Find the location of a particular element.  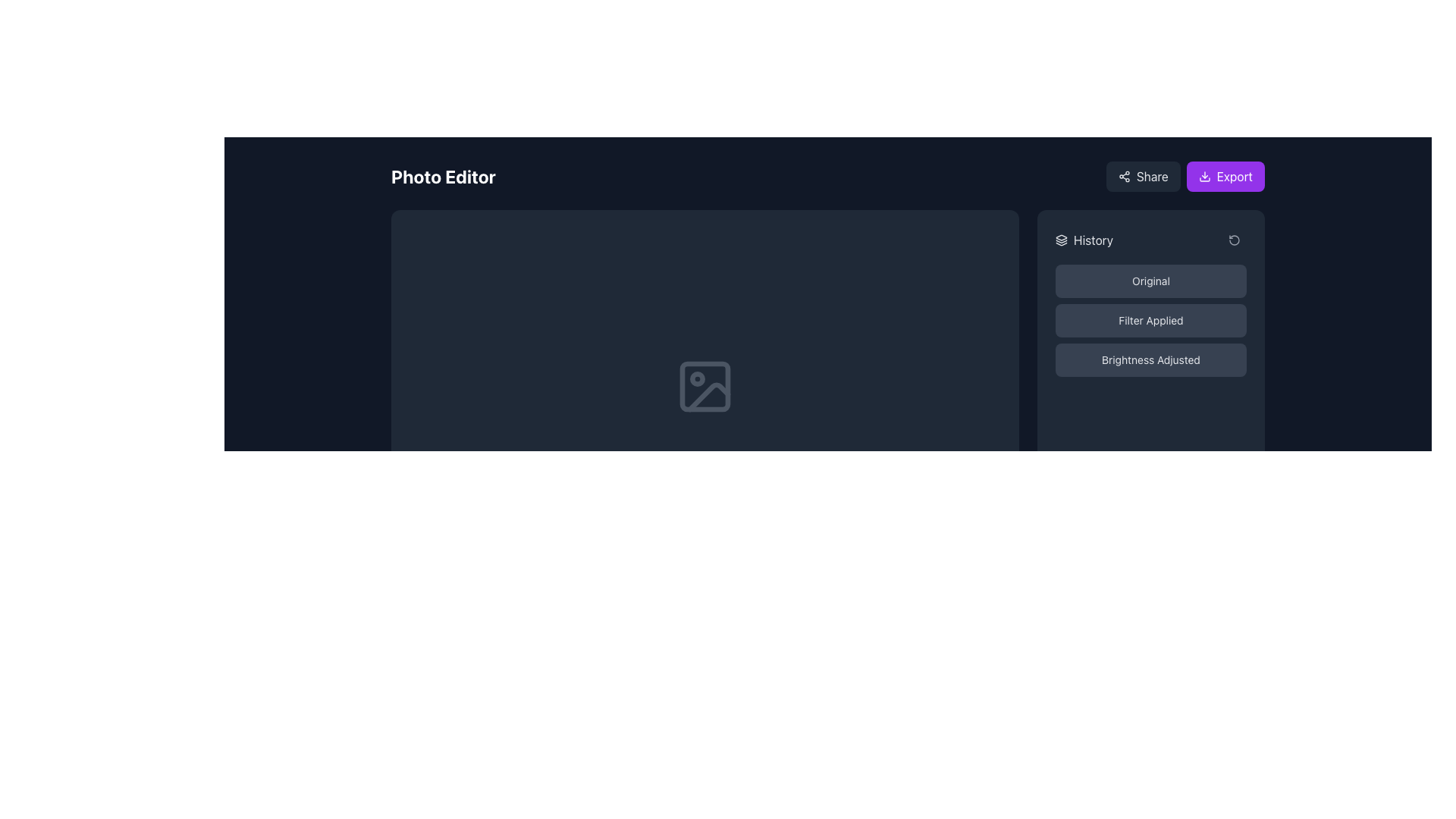

the button in the photo editor interface that changes the displayed image is located at coordinates (704, 385).